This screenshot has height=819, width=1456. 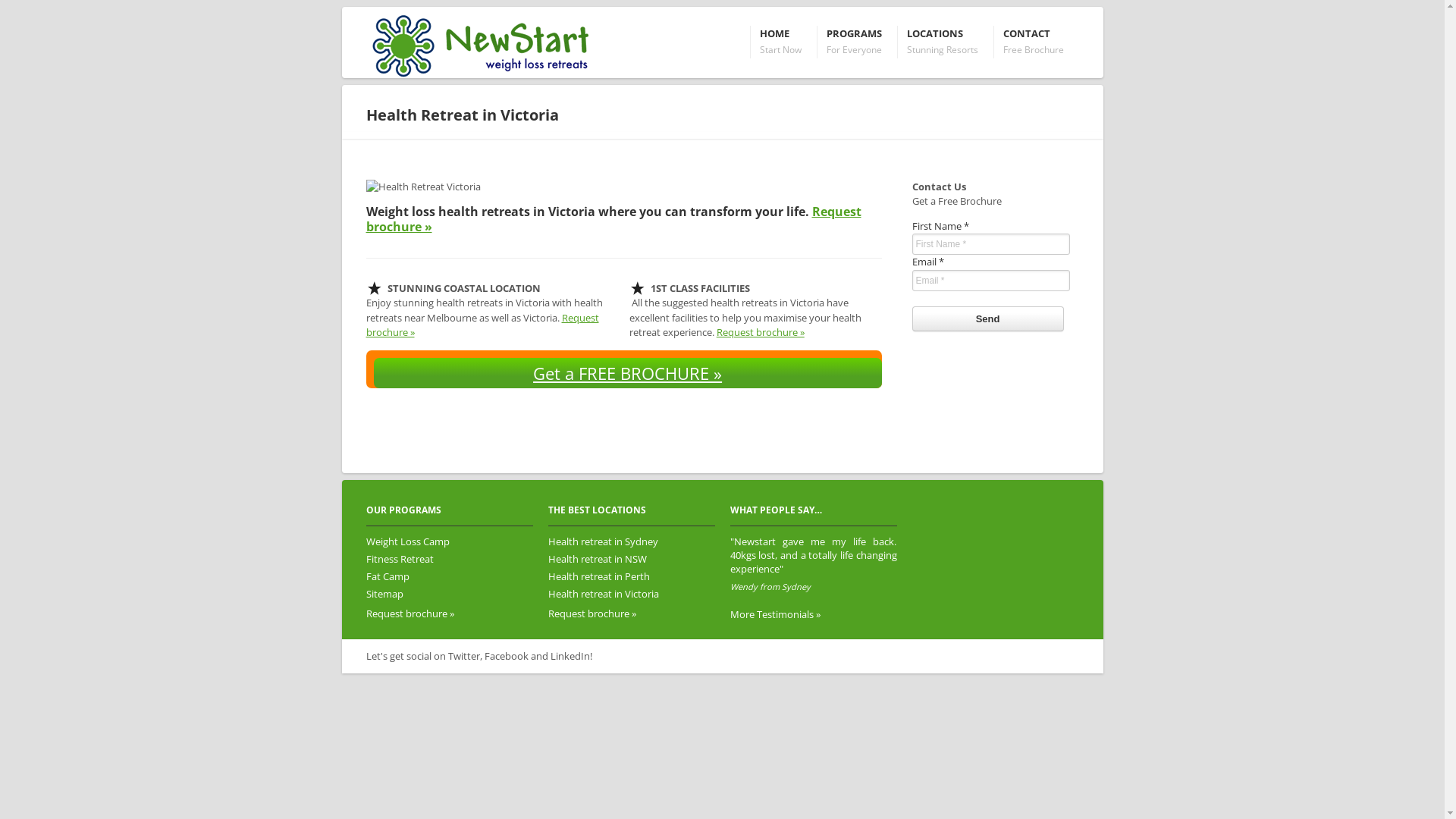 What do you see at coordinates (780, 41) in the screenshot?
I see `'HOME` at bounding box center [780, 41].